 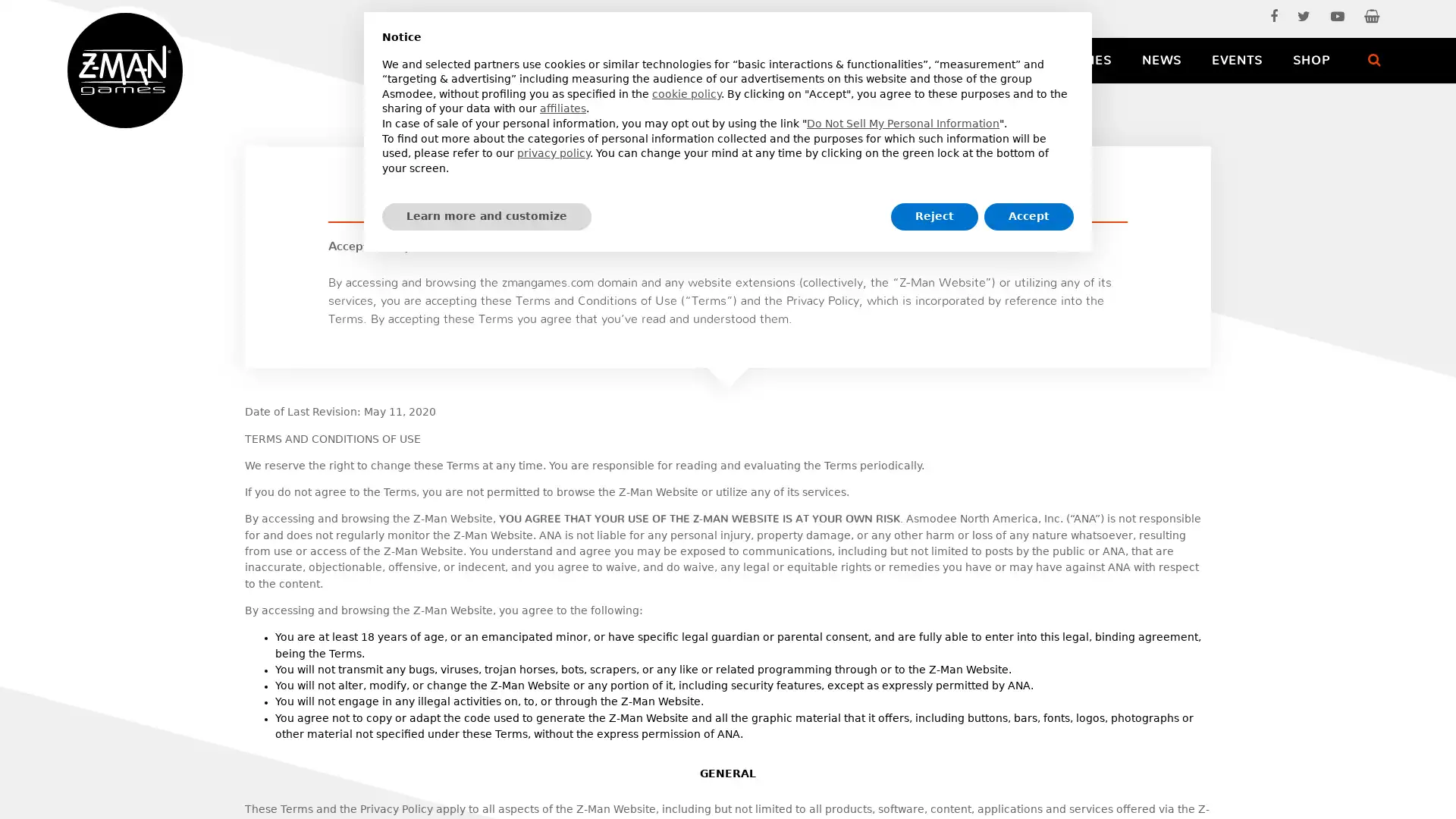 What do you see at coordinates (487, 216) in the screenshot?
I see `Learn more and customize` at bounding box center [487, 216].